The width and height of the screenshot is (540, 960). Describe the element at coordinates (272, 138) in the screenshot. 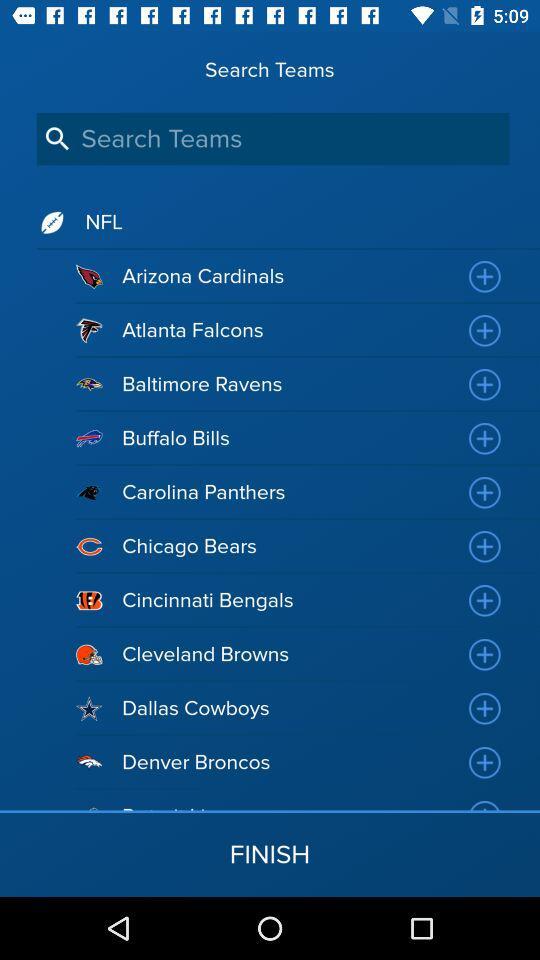

I see `search box` at that location.